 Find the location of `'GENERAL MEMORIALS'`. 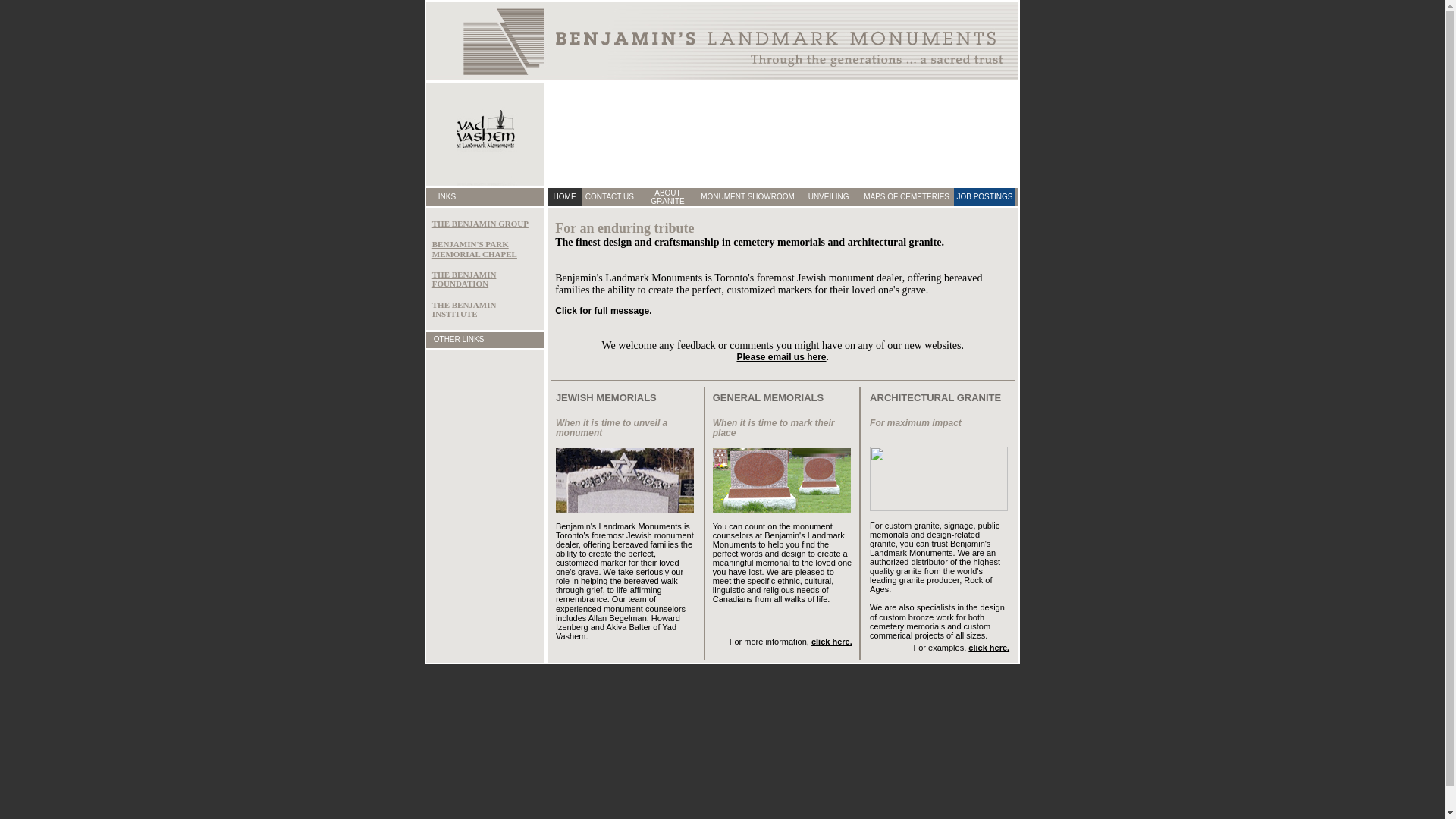

'GENERAL MEMORIALS' is located at coordinates (767, 397).